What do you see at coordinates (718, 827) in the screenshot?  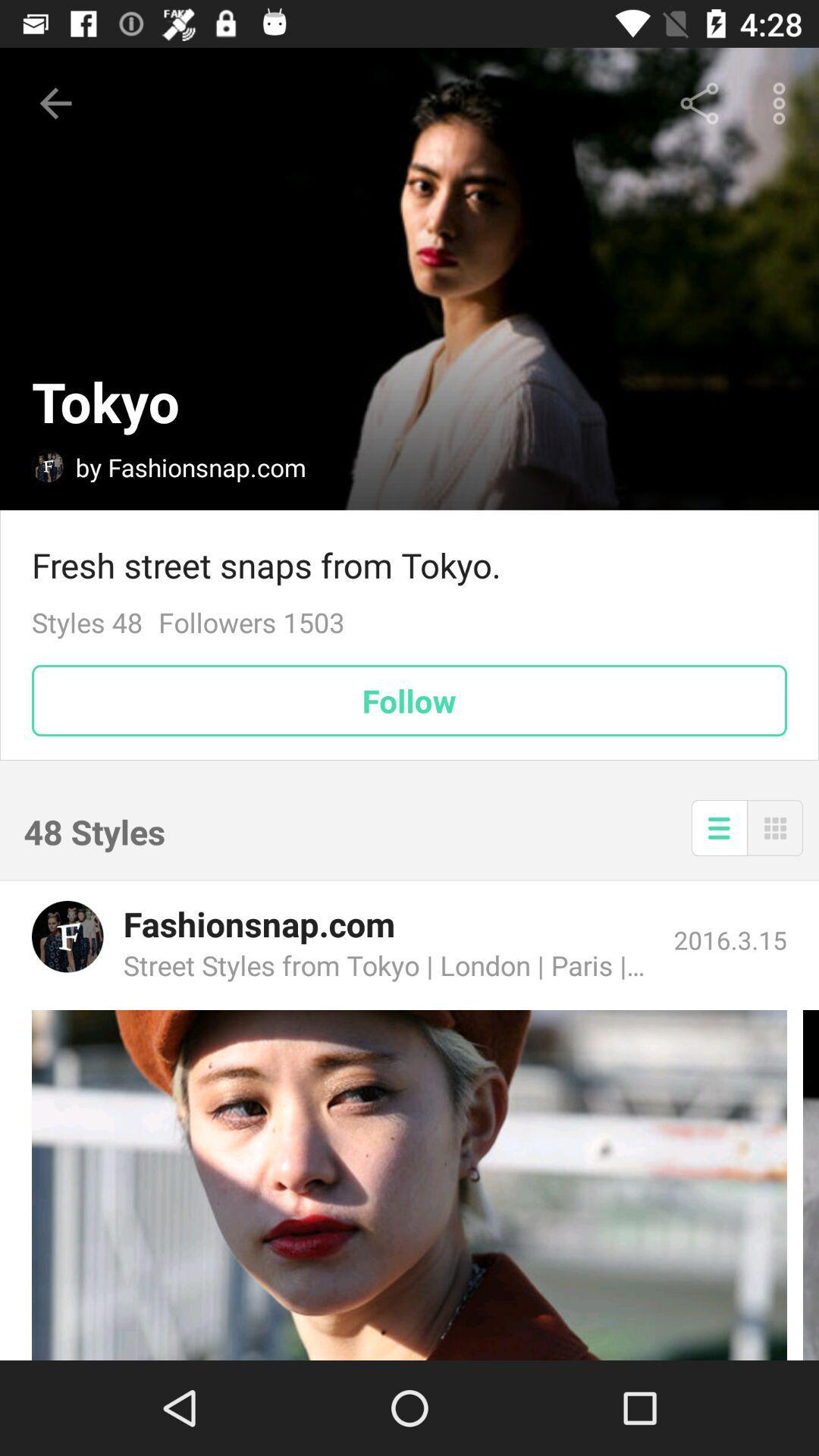 I see `the icon below the follow` at bounding box center [718, 827].